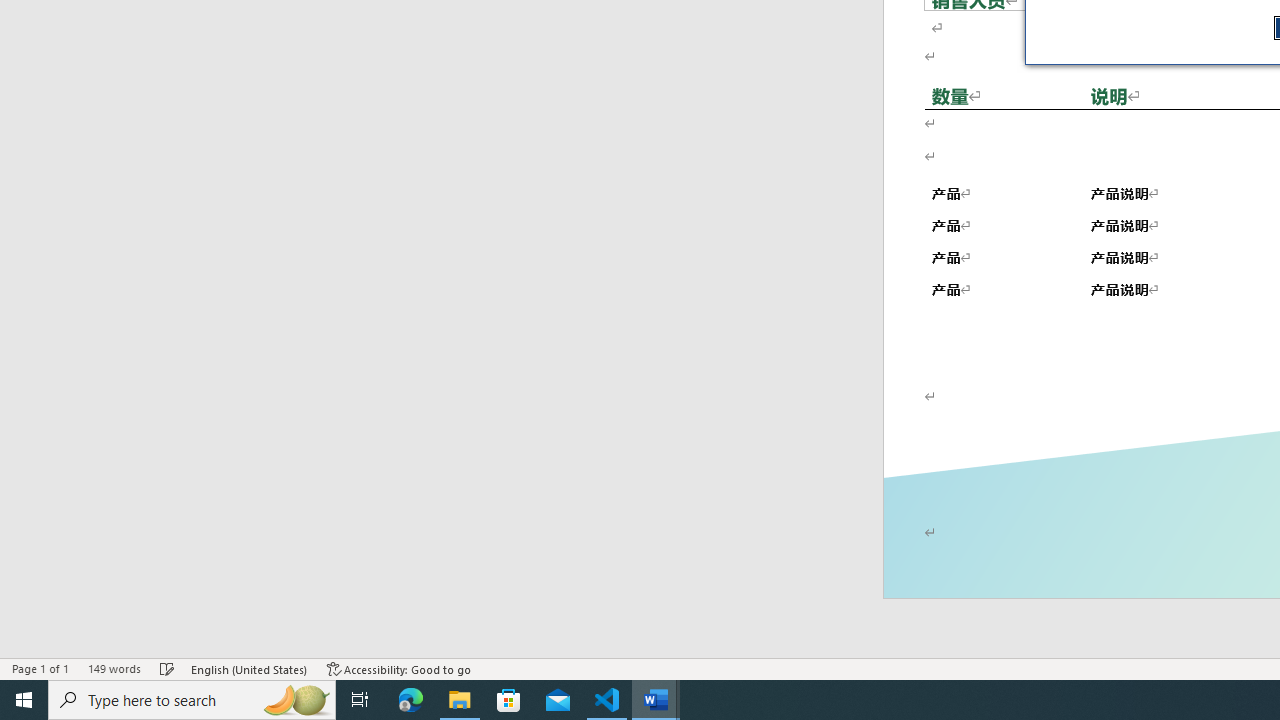  What do you see at coordinates (192, 698) in the screenshot?
I see `'Type here to search'` at bounding box center [192, 698].